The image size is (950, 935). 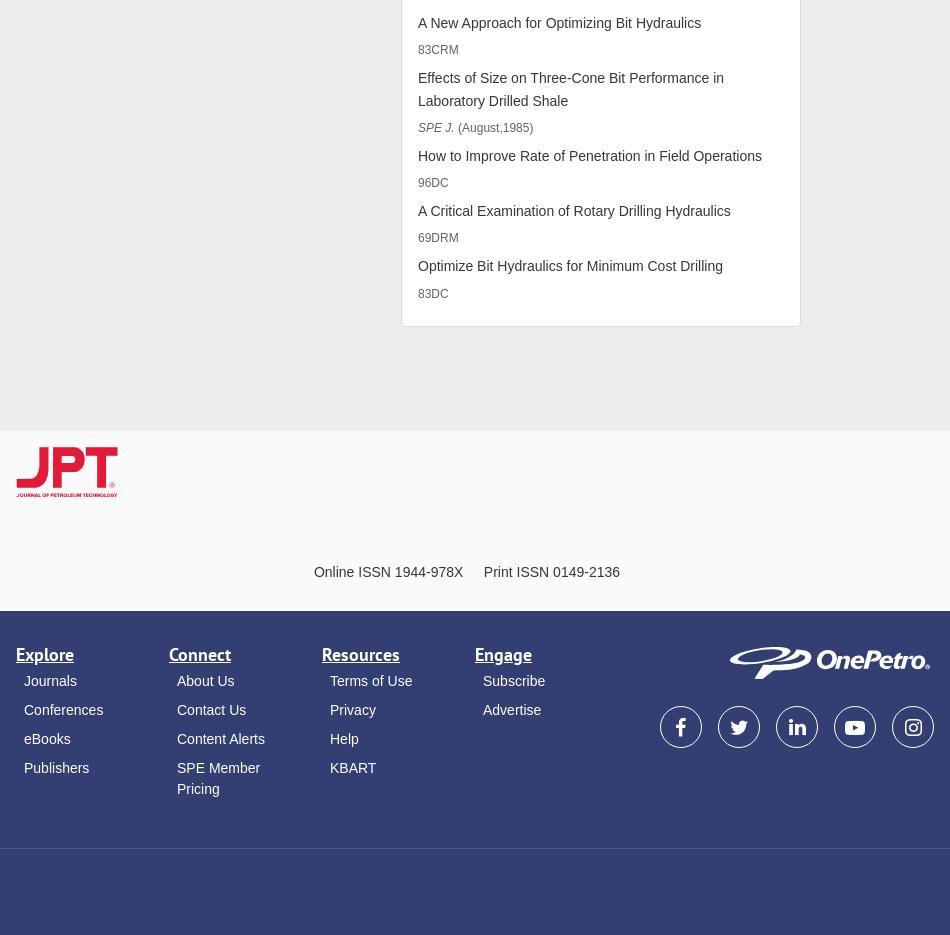 What do you see at coordinates (573, 209) in the screenshot?
I see `'A Critical Examination of Rotary Drilling Hydraulics'` at bounding box center [573, 209].